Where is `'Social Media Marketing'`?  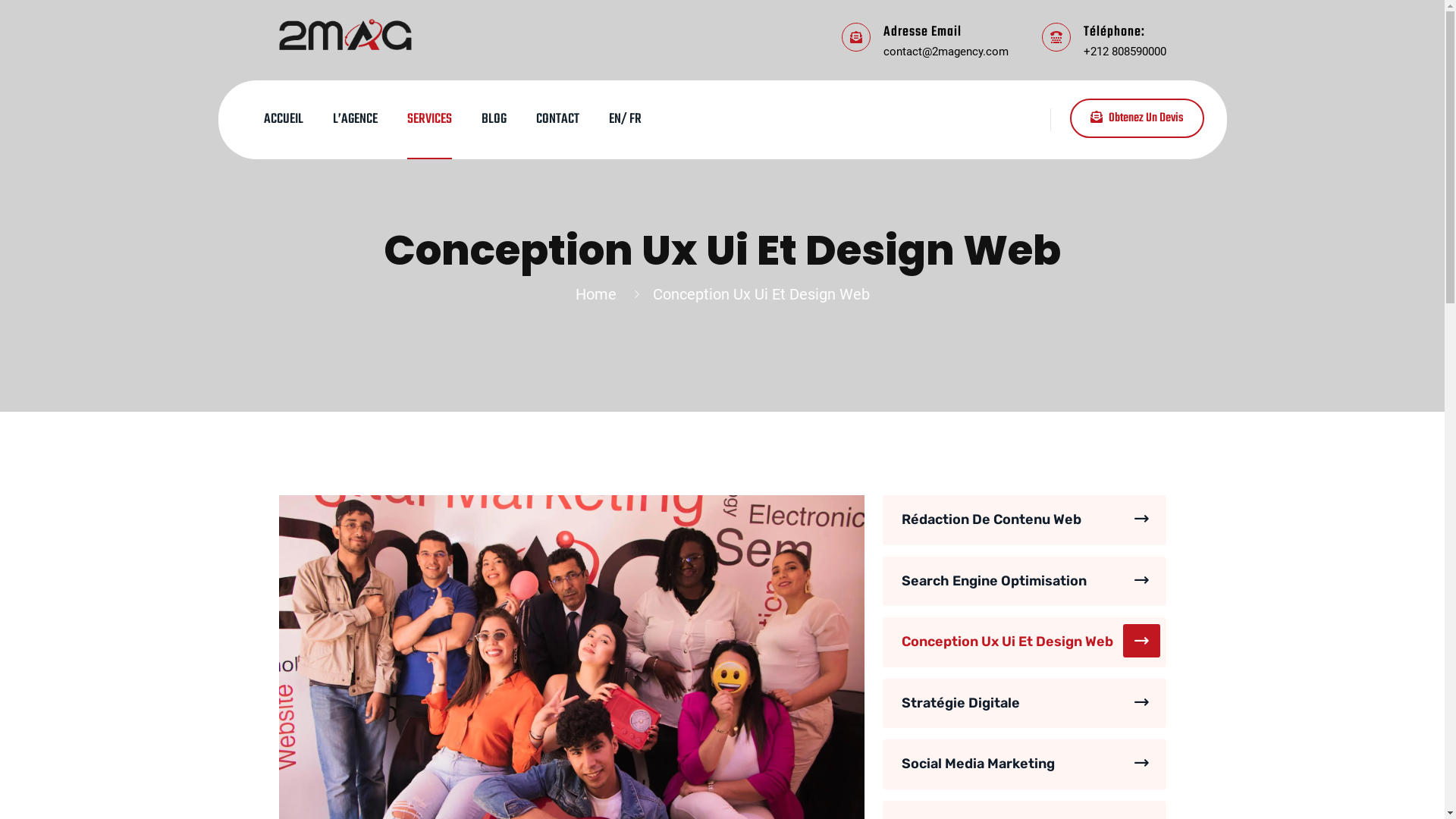
'Social Media Marketing' is located at coordinates (1024, 764).